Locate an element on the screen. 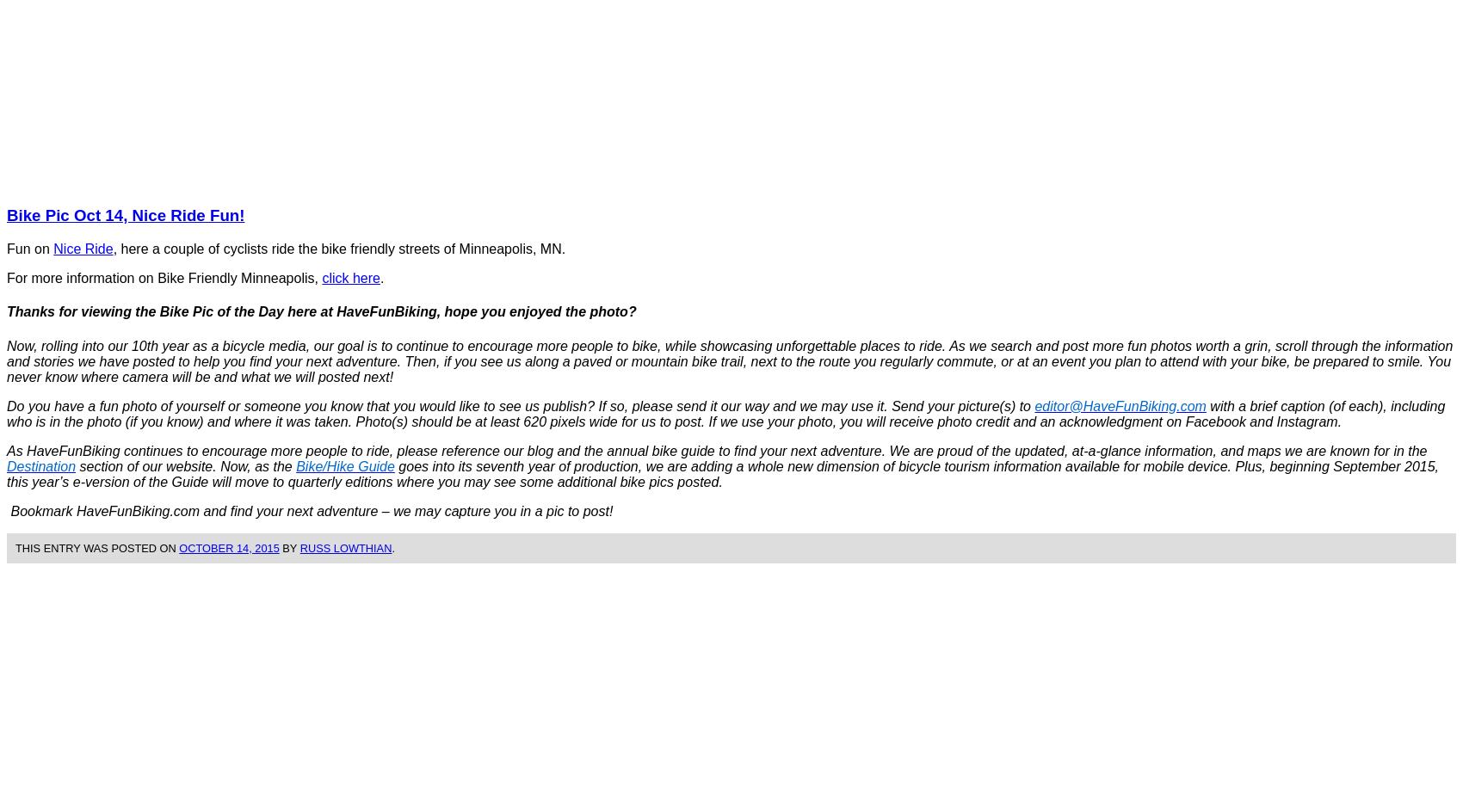 The height and width of the screenshot is (812, 1463). 'Do you have a fun photo of yourself or someone you know that you would like to see us publish? If so, please send it our way and we may use it. Send your picture(s) to' is located at coordinates (520, 404).